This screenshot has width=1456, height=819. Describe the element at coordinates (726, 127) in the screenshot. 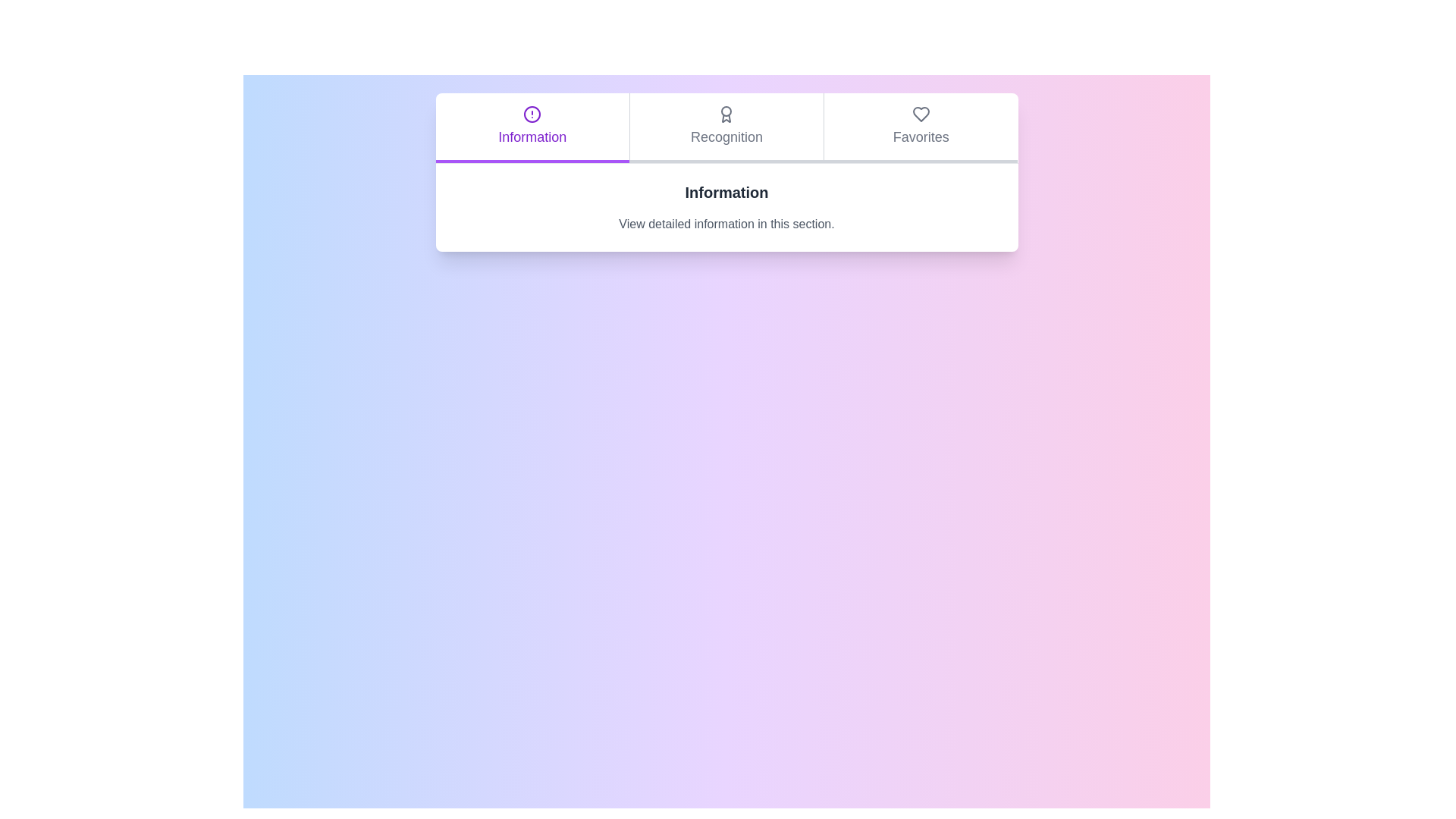

I see `the Recognition tab to observe the hover effect` at that location.